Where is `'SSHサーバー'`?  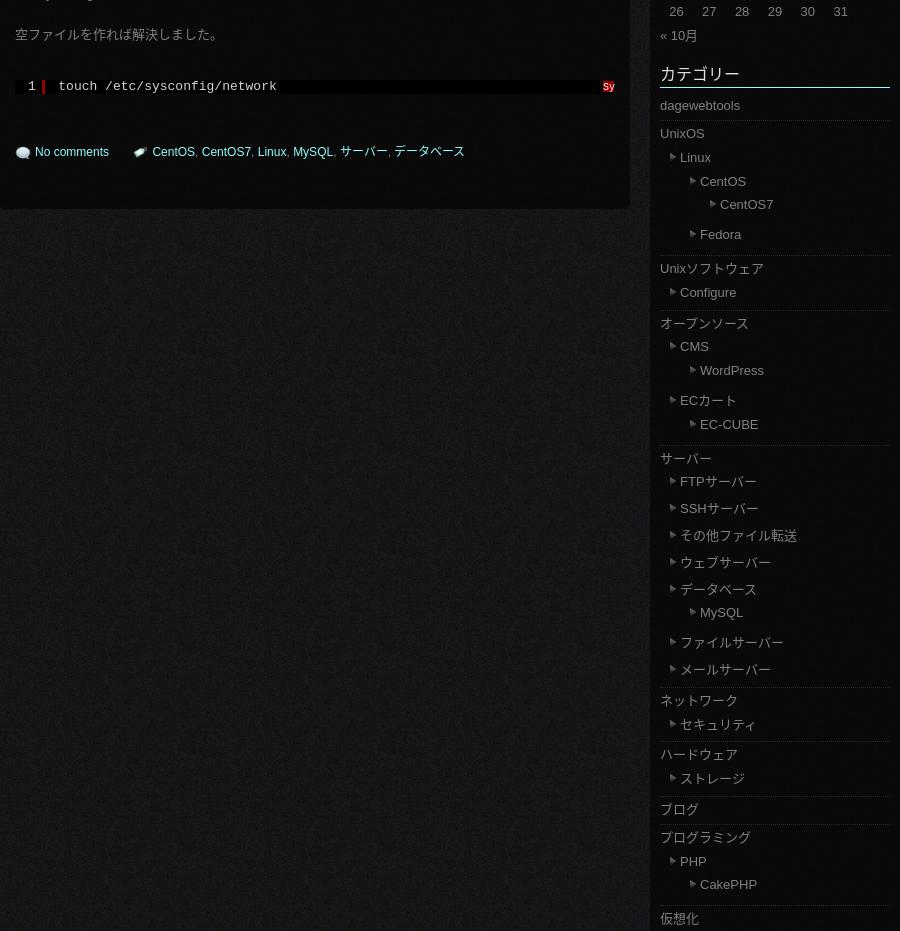 'SSHサーバー' is located at coordinates (718, 508).